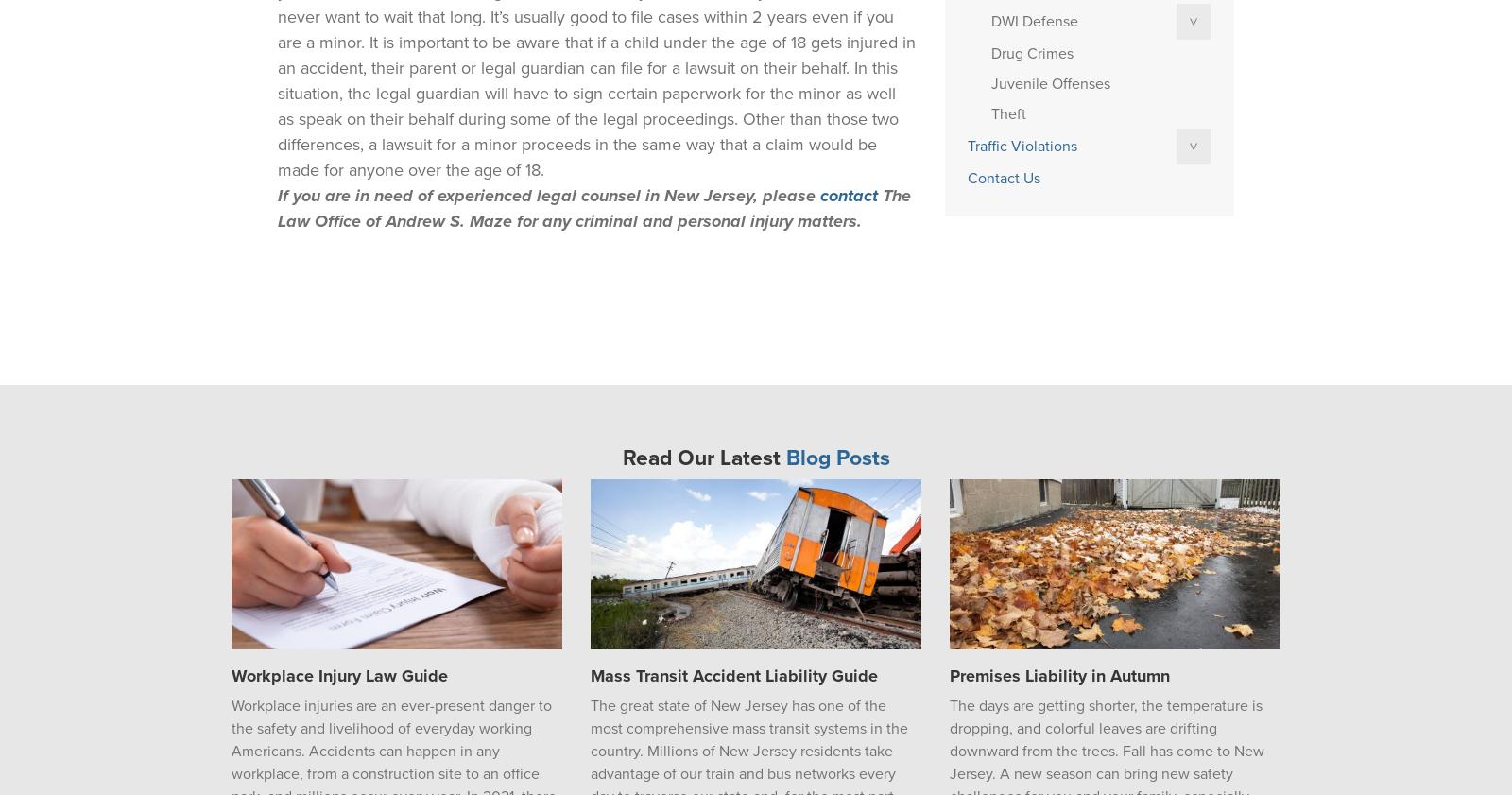  What do you see at coordinates (593, 207) in the screenshot?
I see `'The Law Office of Andrew S. Maze for any criminal and personal injury matters.'` at bounding box center [593, 207].